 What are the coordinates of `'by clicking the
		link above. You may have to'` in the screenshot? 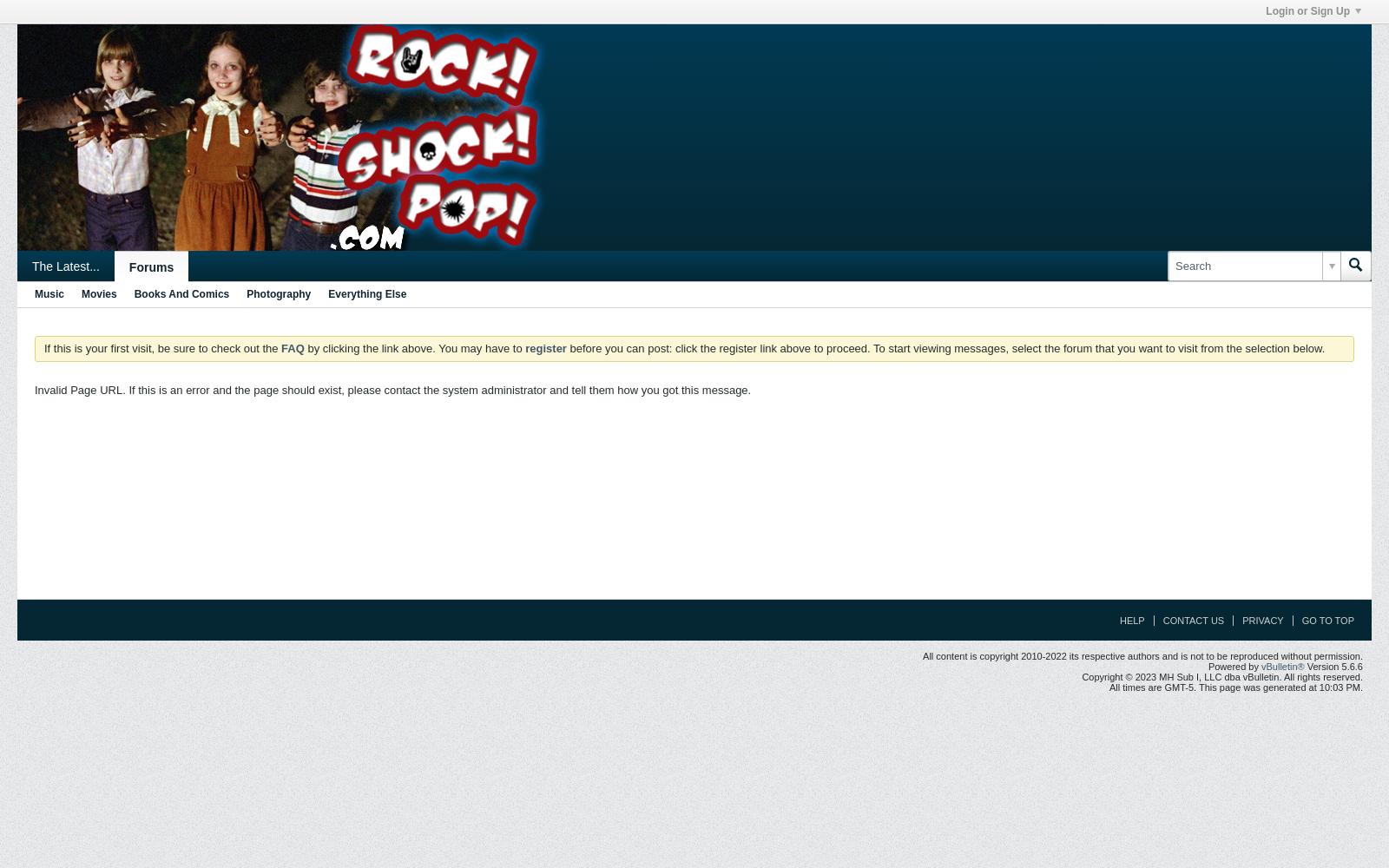 It's located at (413, 348).